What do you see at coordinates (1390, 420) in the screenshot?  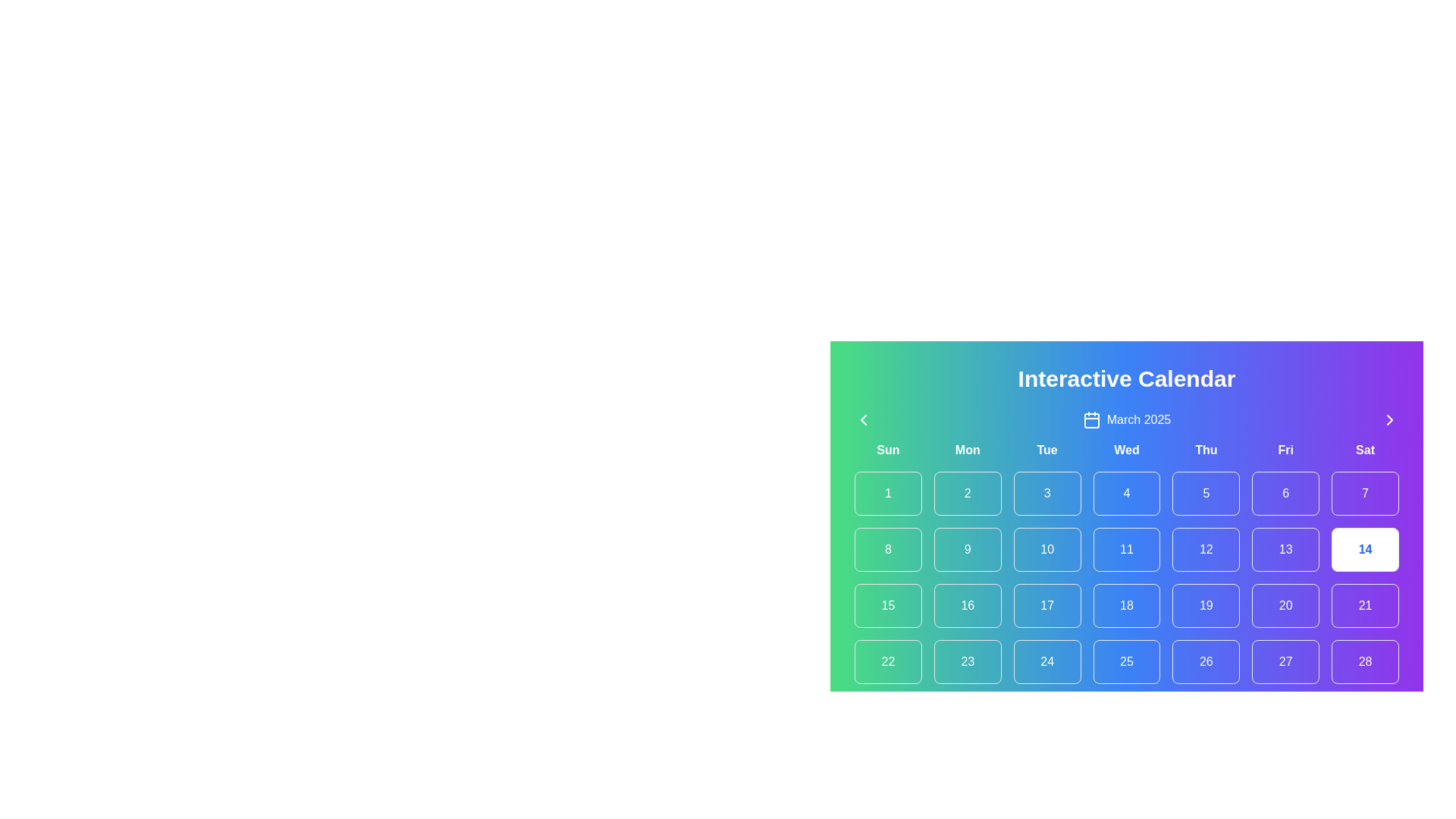 I see `the navigation icon in the top-right corner of the calendar interface` at bounding box center [1390, 420].